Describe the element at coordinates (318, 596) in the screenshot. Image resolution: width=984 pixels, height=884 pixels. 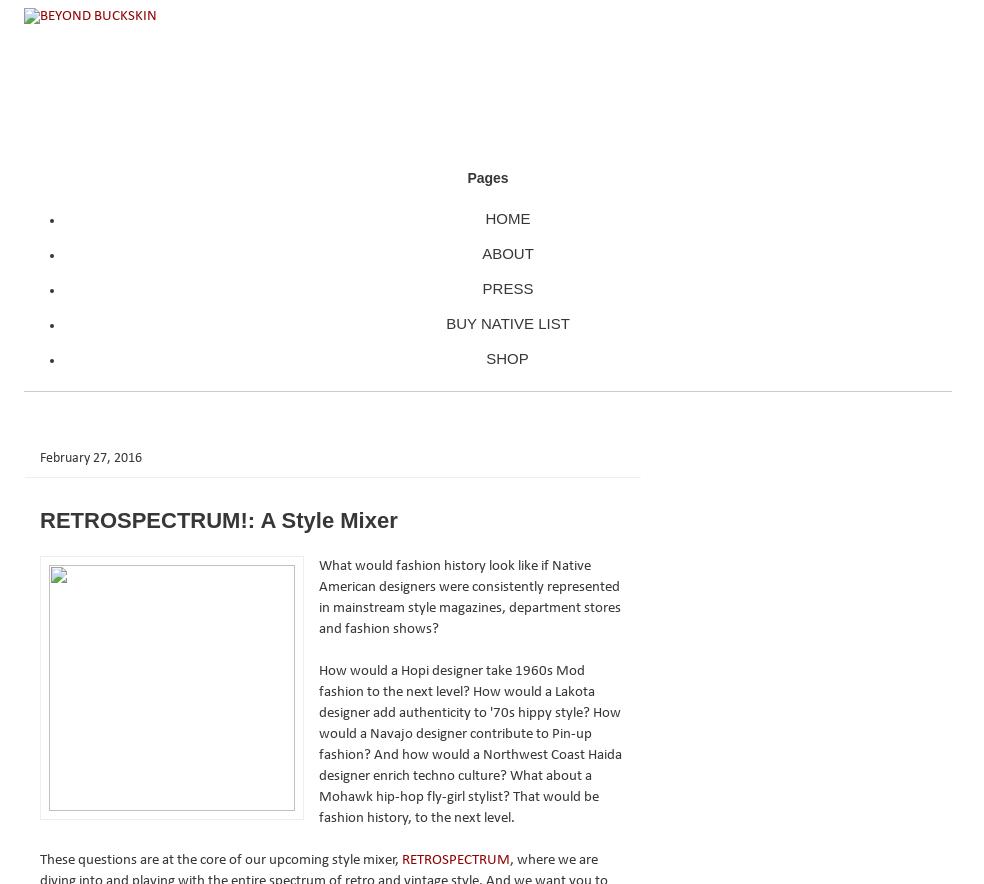
I see `'What would fashion history look like if Native American designers were consistently represented in mainstream style magazines, department stores and fashion shows?'` at that location.